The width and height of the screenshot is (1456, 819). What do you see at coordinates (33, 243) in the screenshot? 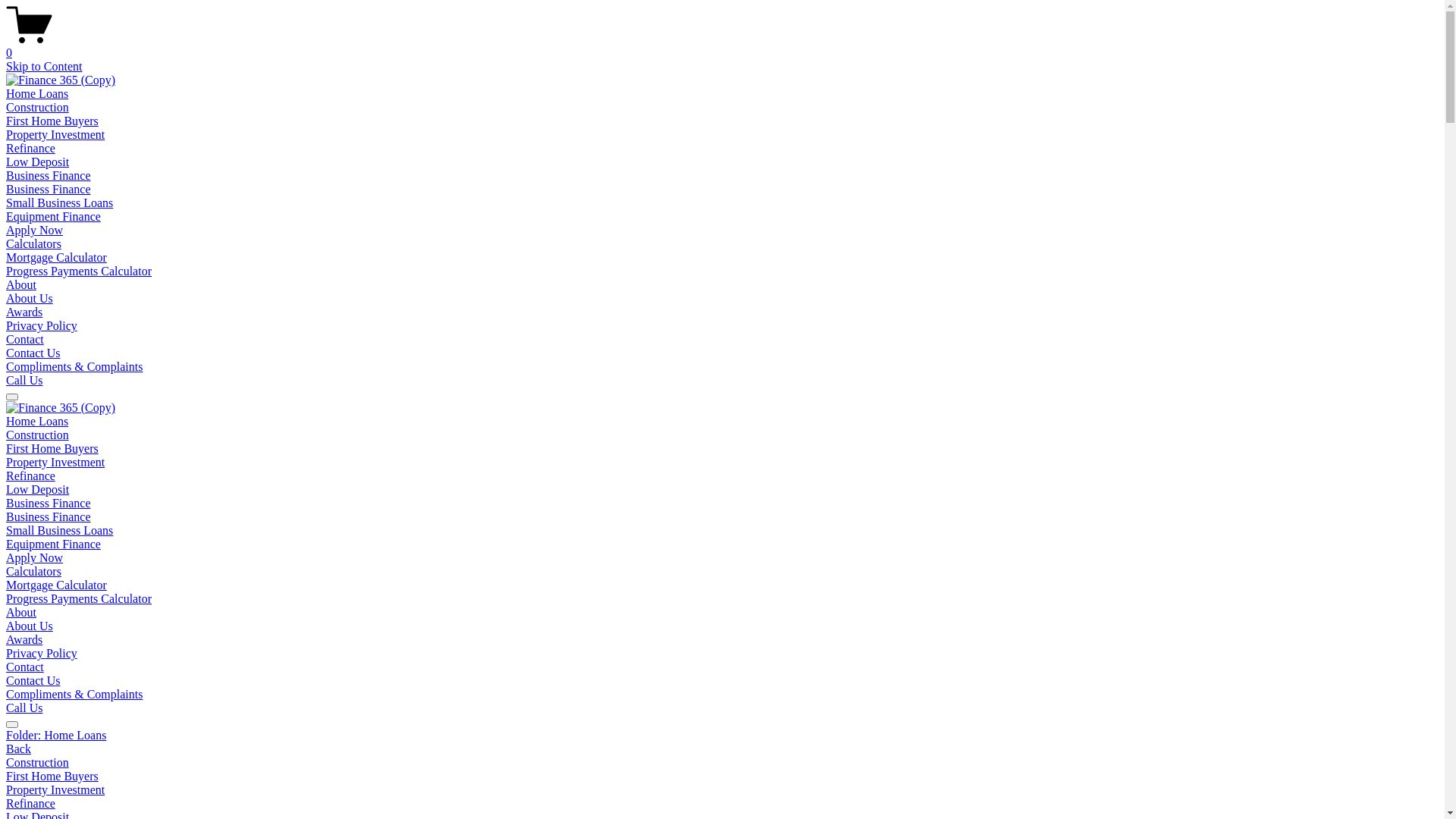
I see `'Calculators'` at bounding box center [33, 243].